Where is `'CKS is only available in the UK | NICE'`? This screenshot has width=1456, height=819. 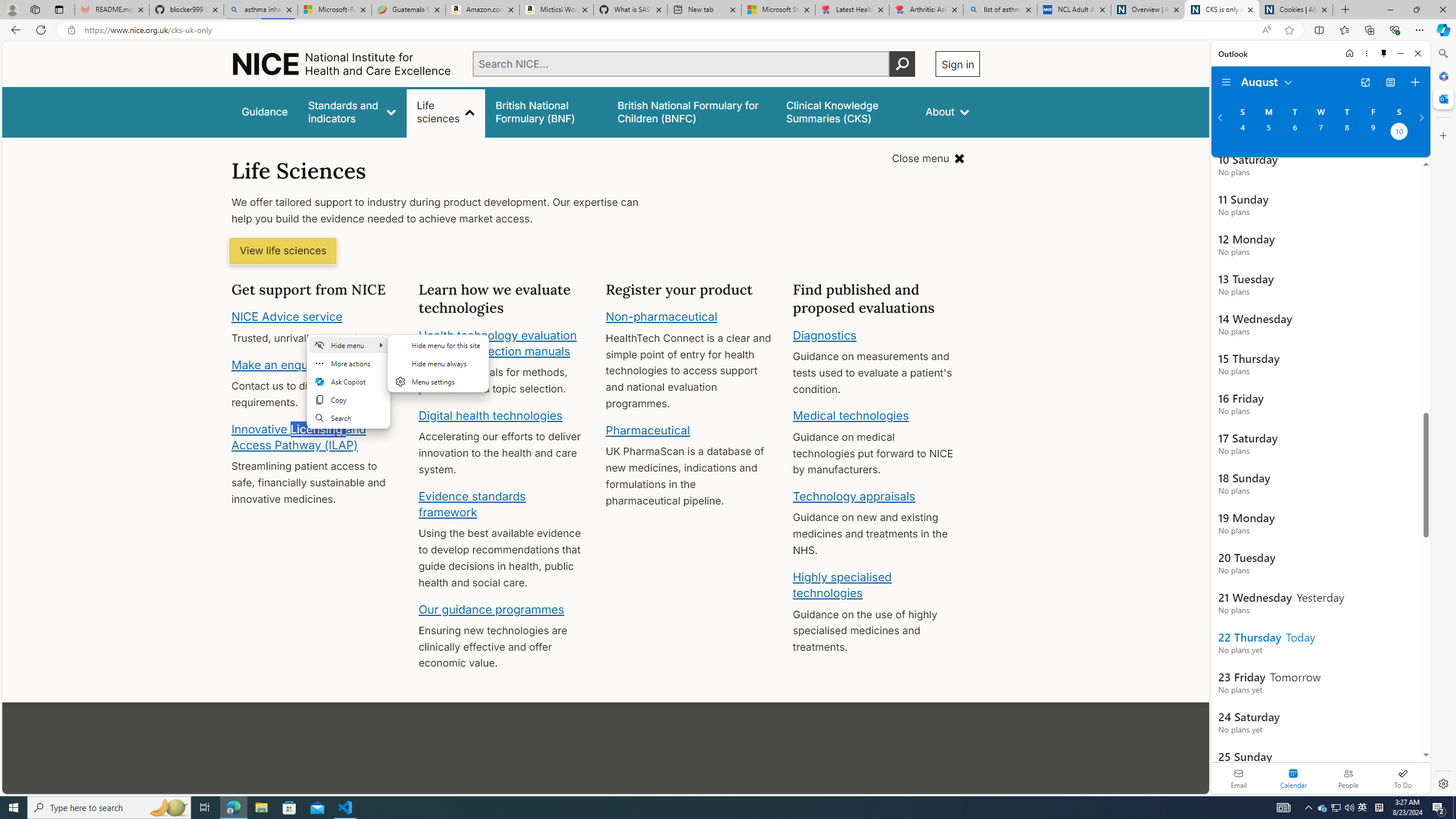
'CKS is only available in the UK | NICE' is located at coordinates (1222, 9).